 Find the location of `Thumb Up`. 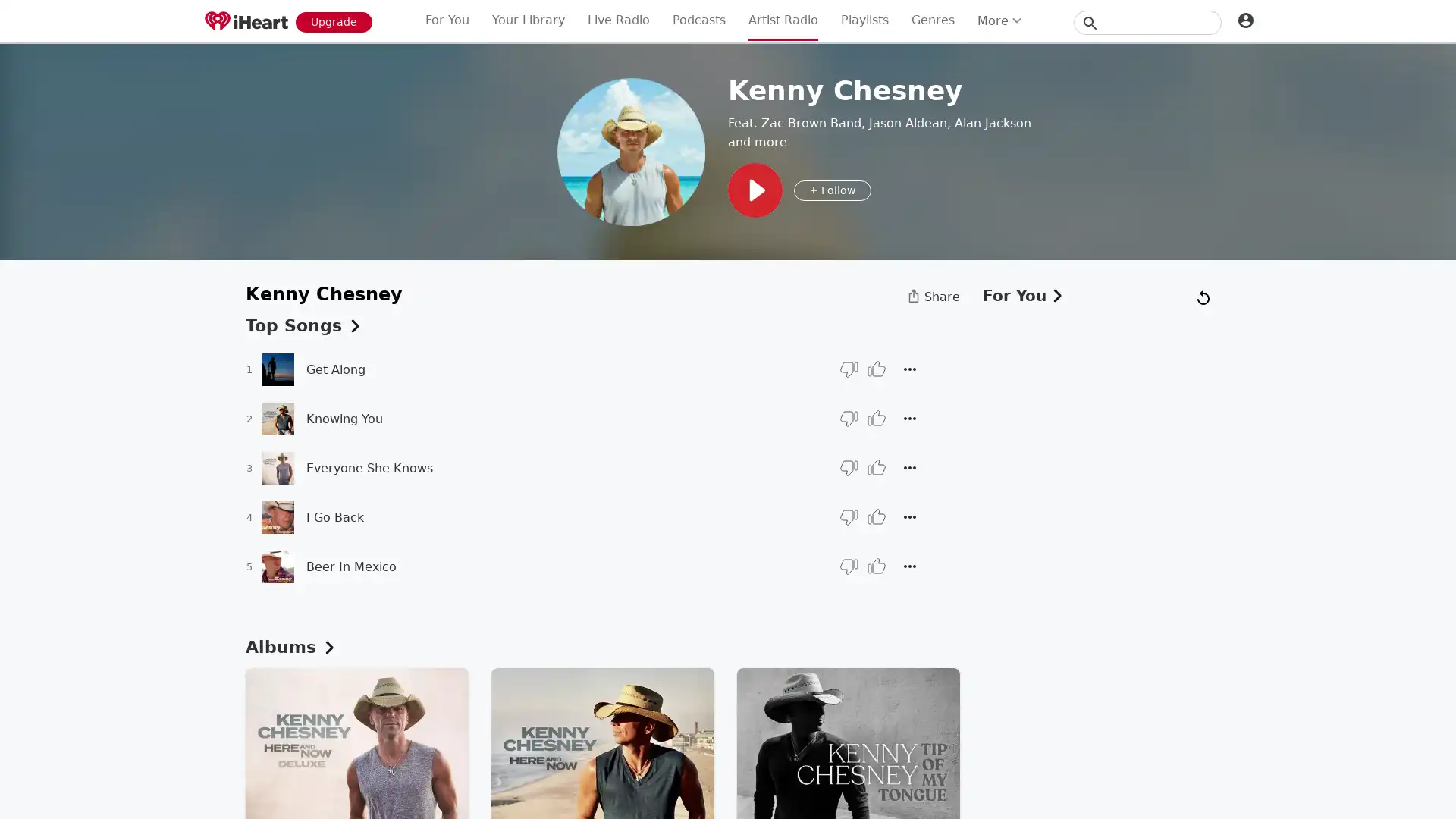

Thumb Up is located at coordinates (877, 467).